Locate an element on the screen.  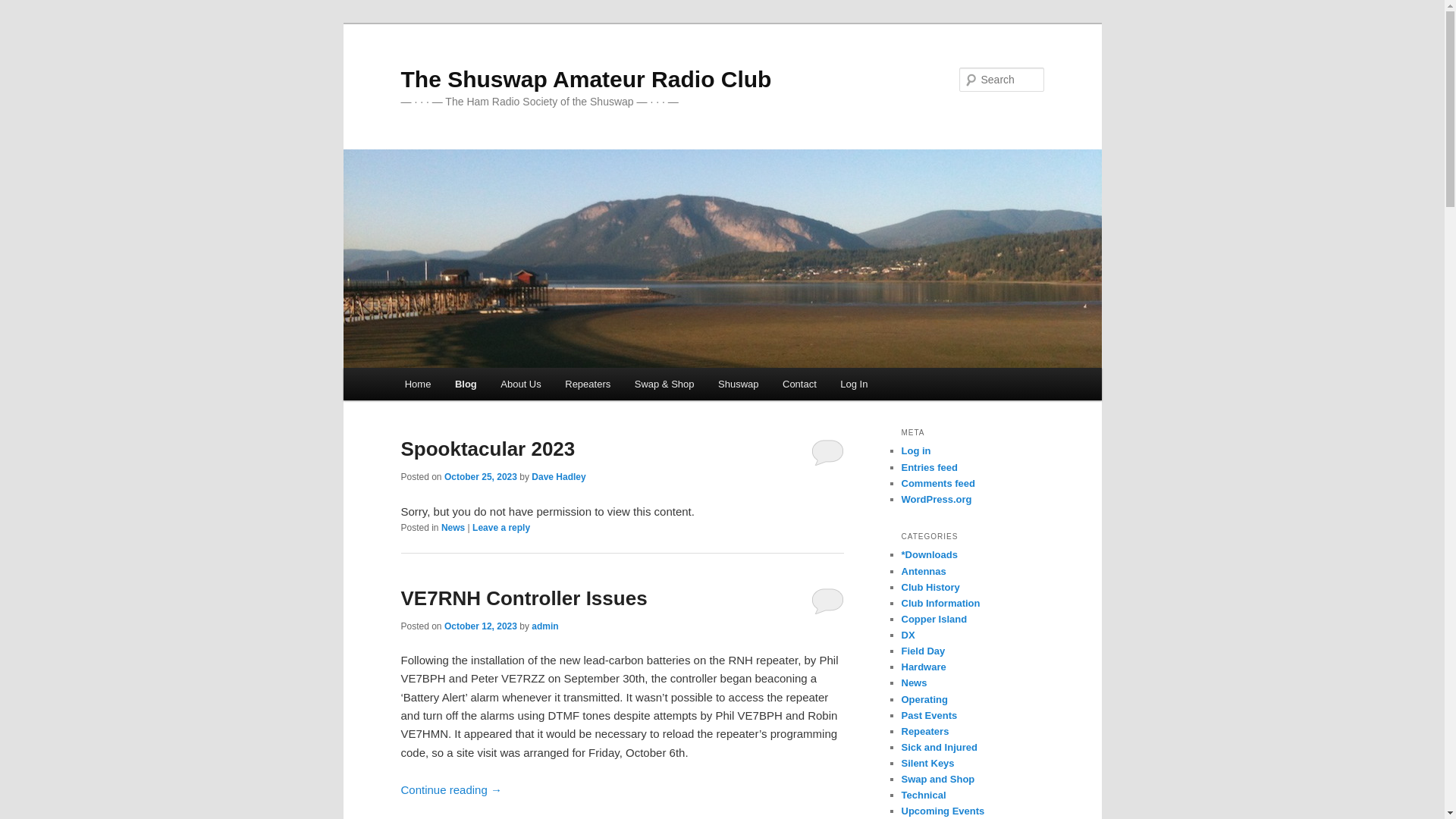
'Log in' is located at coordinates (915, 450).